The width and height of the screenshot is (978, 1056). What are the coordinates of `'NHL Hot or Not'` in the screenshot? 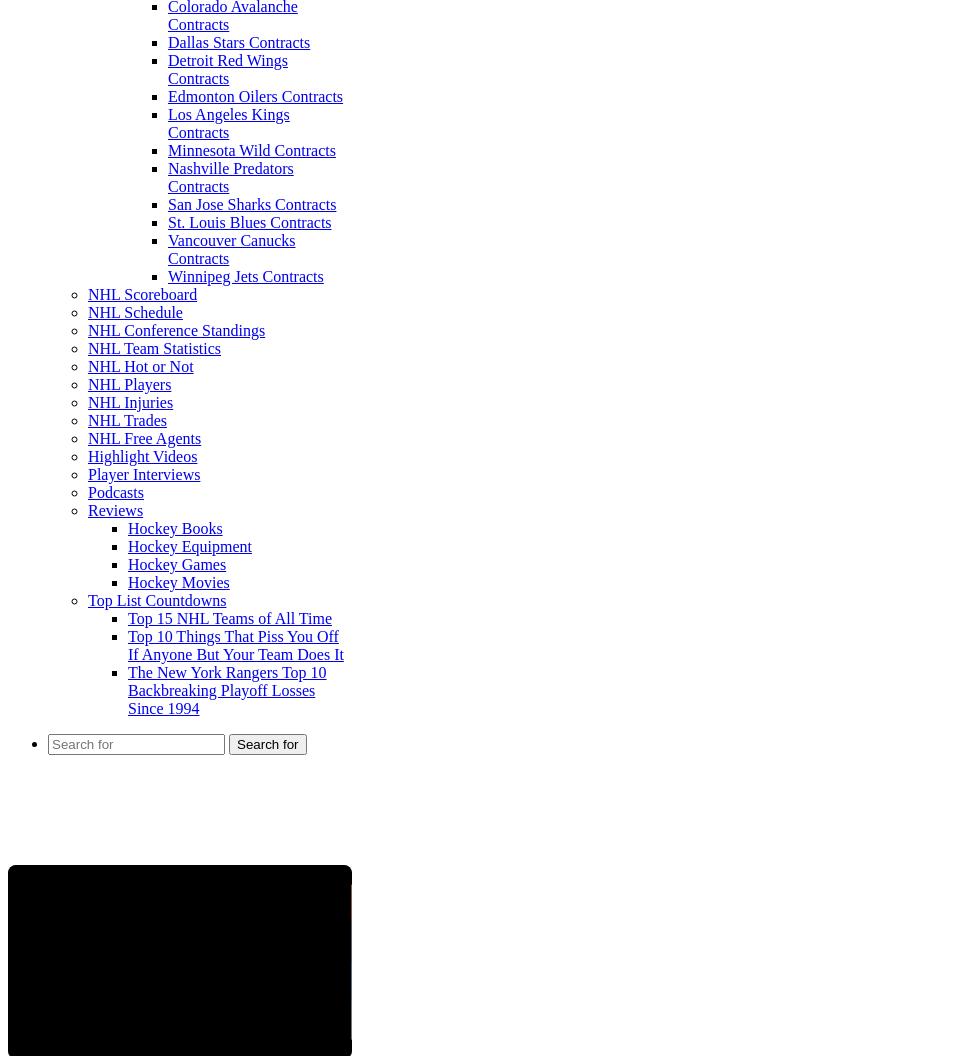 It's located at (88, 365).